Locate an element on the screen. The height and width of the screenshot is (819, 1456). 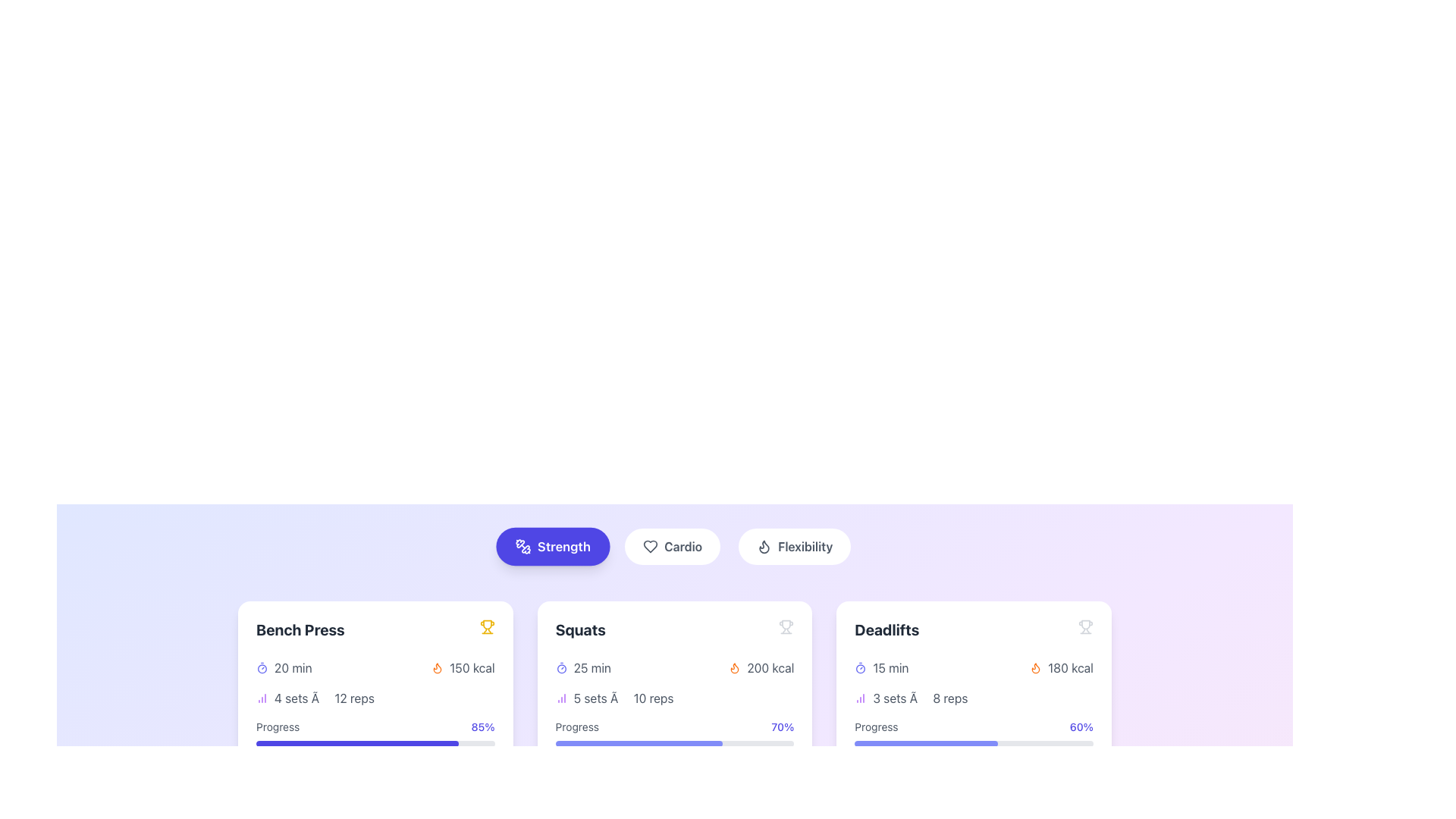
displayed duration information on the text element located within the 'Deadlifts' card in the third column, positioned to the right of the timer icon is located at coordinates (890, 667).